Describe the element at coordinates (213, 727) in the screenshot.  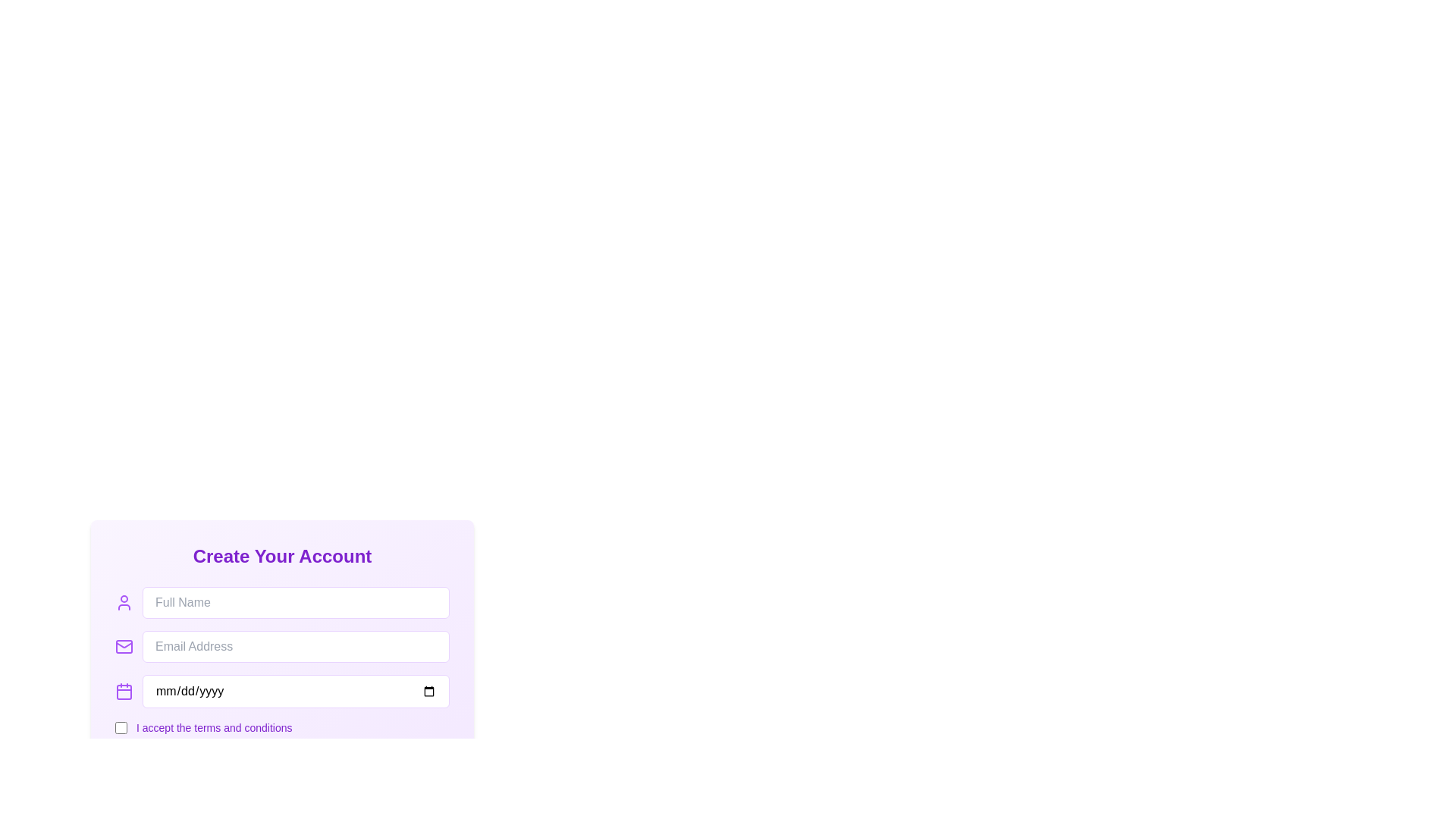
I see `the label that reads 'I accept the terms and conditions', which is styled with a purple font and positioned to the right of a small checkbox in the registration form interface` at that location.